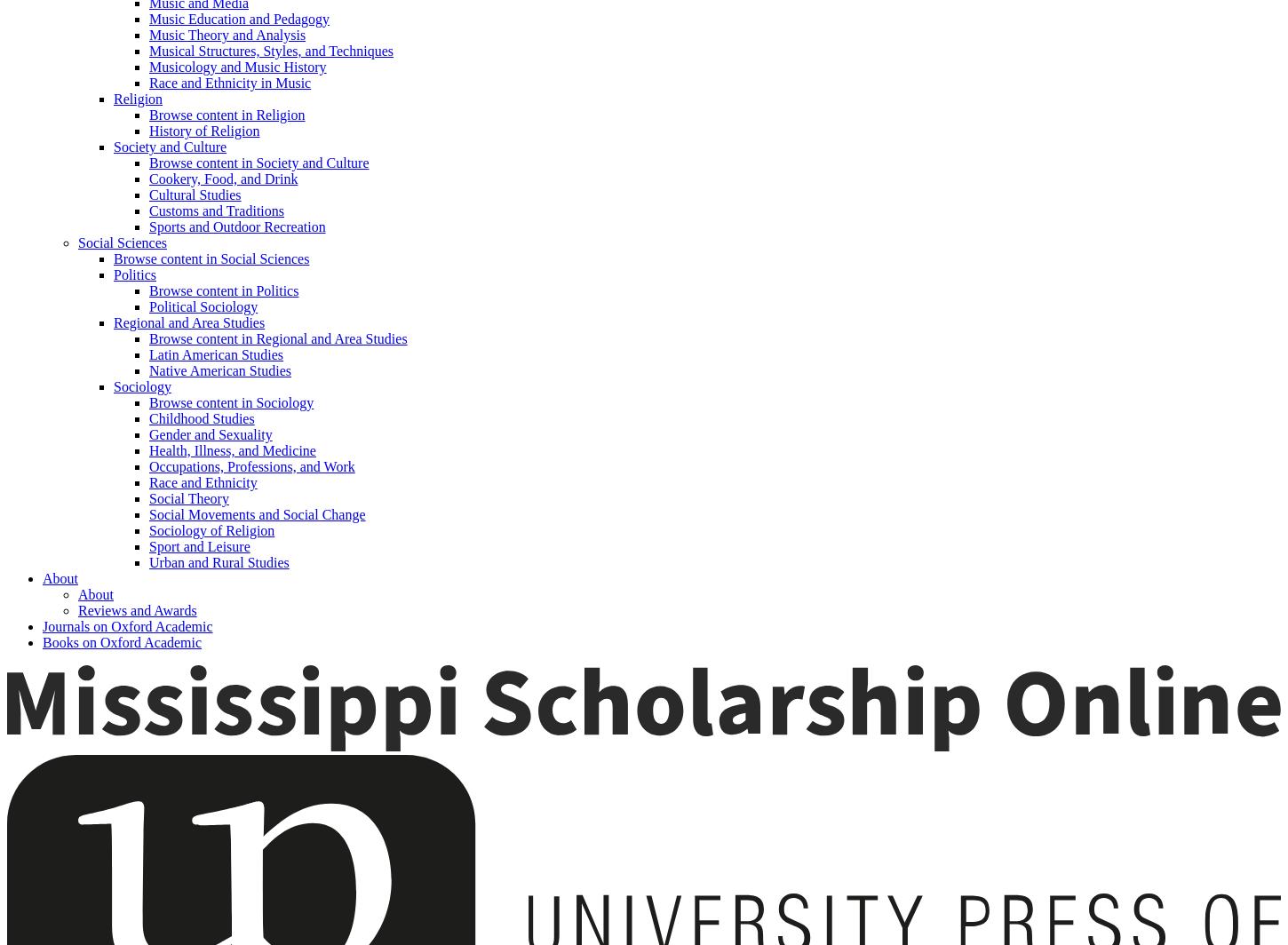 The height and width of the screenshot is (945, 1288). Describe the element at coordinates (121, 242) in the screenshot. I see `'Social Sciences'` at that location.